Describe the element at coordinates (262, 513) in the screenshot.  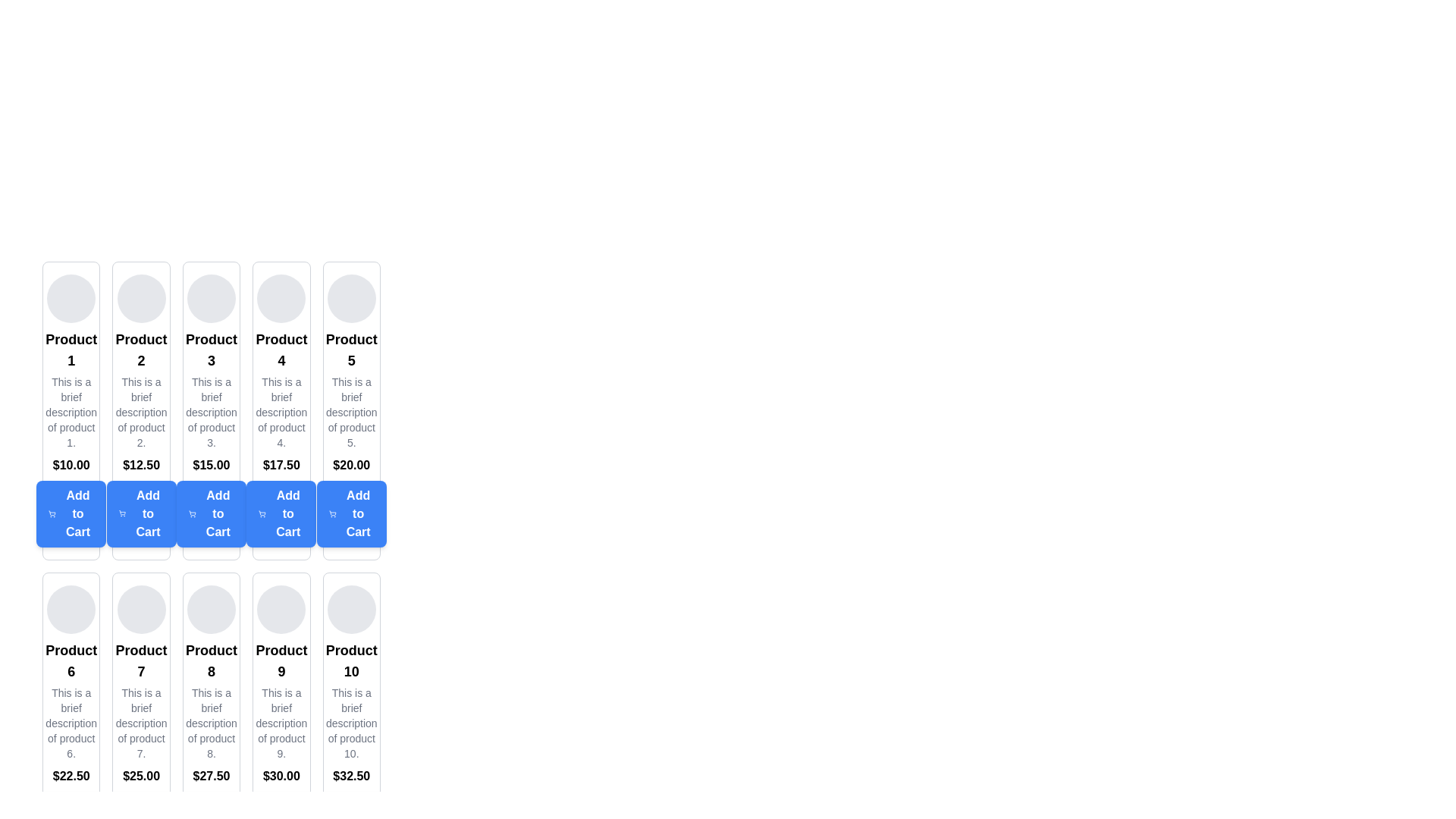
I see `the Add to Cart button for Product 4, which contains a minimalistic shopping cart icon styled as an outline with rounded edges on its left side` at that location.